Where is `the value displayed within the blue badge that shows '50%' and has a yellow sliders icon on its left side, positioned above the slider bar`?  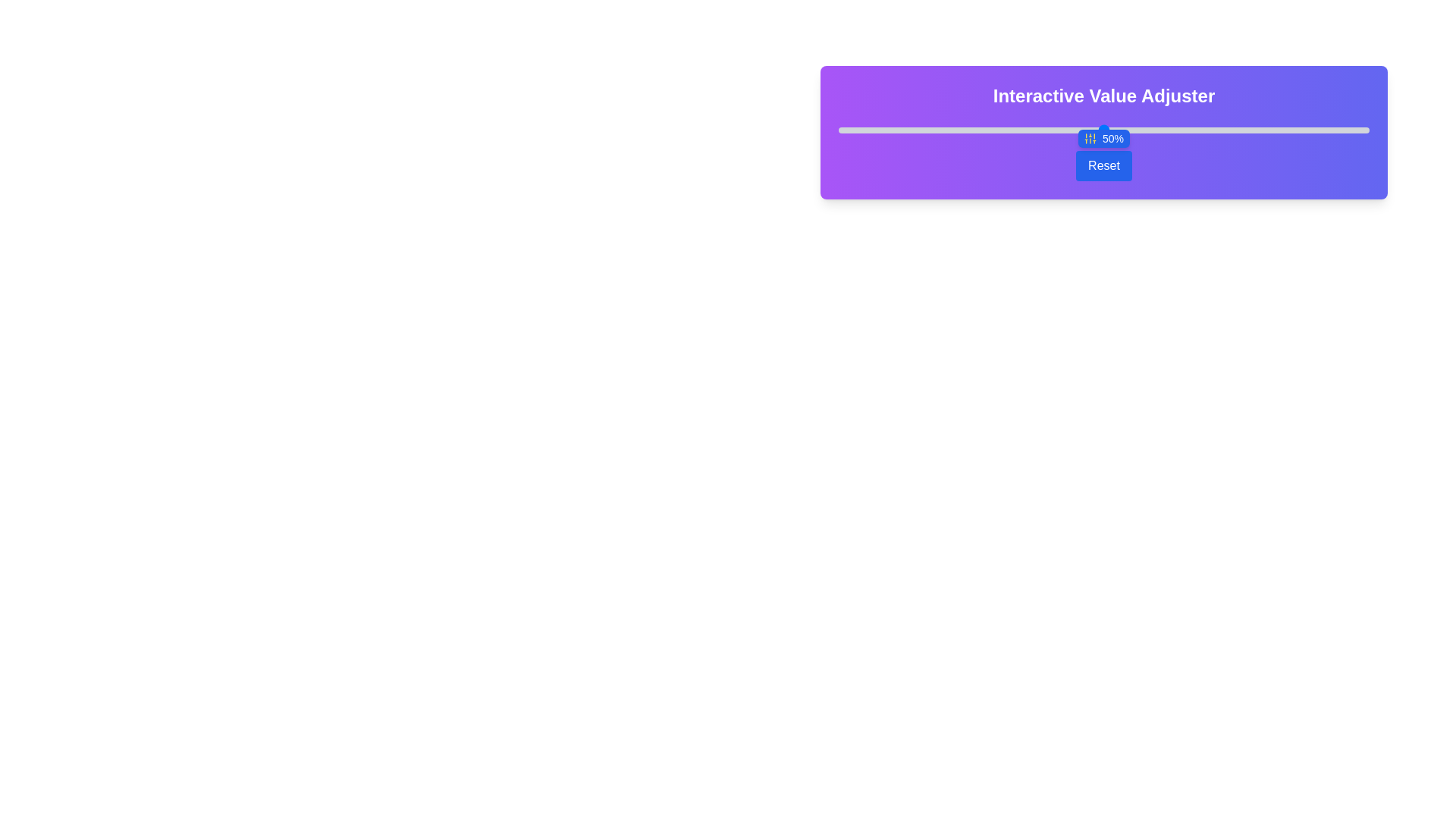
the value displayed within the blue badge that shows '50%' and has a yellow sliders icon on its left side, positioned above the slider bar is located at coordinates (1103, 138).